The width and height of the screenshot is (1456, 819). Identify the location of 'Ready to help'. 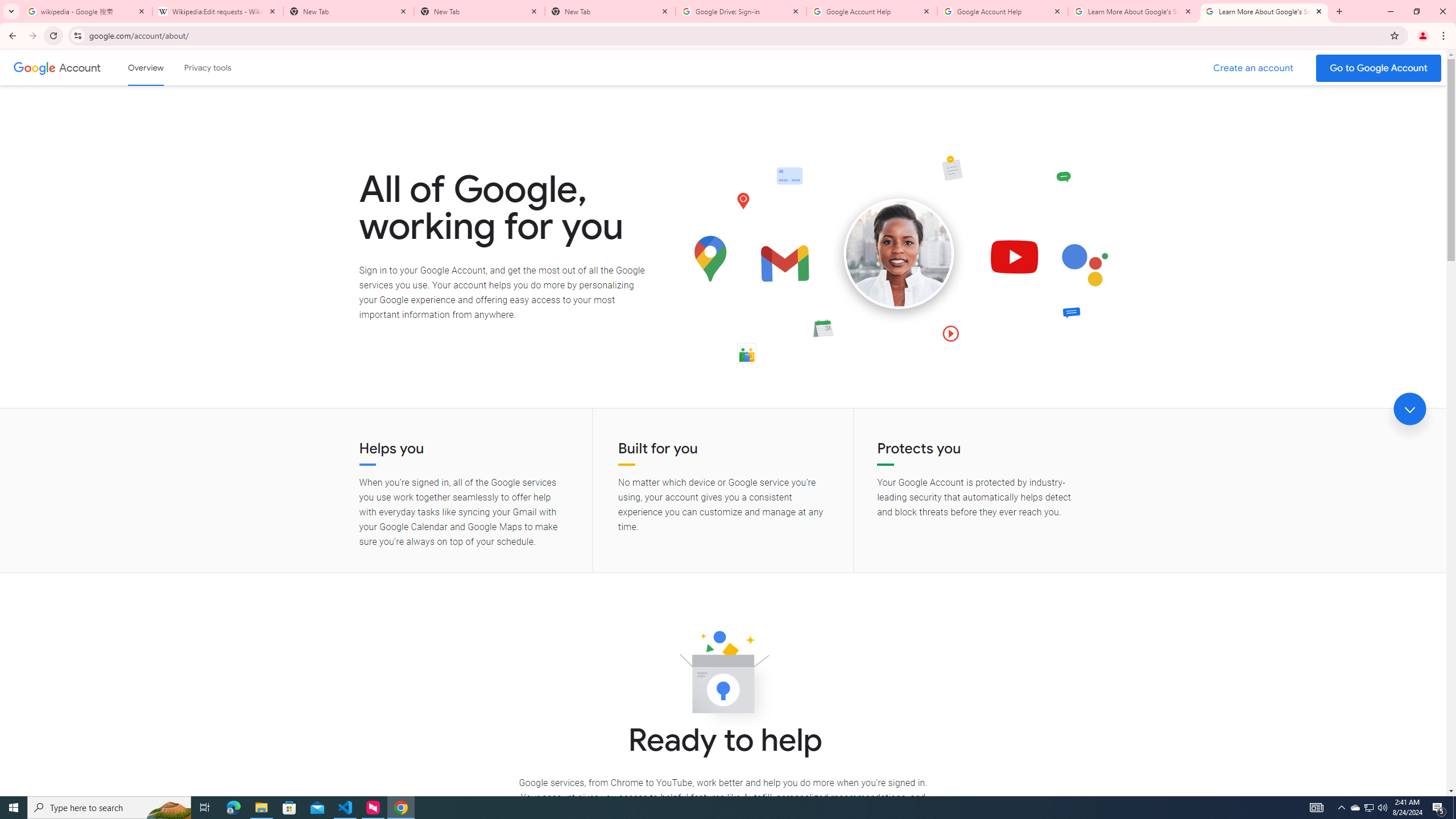
(723, 675).